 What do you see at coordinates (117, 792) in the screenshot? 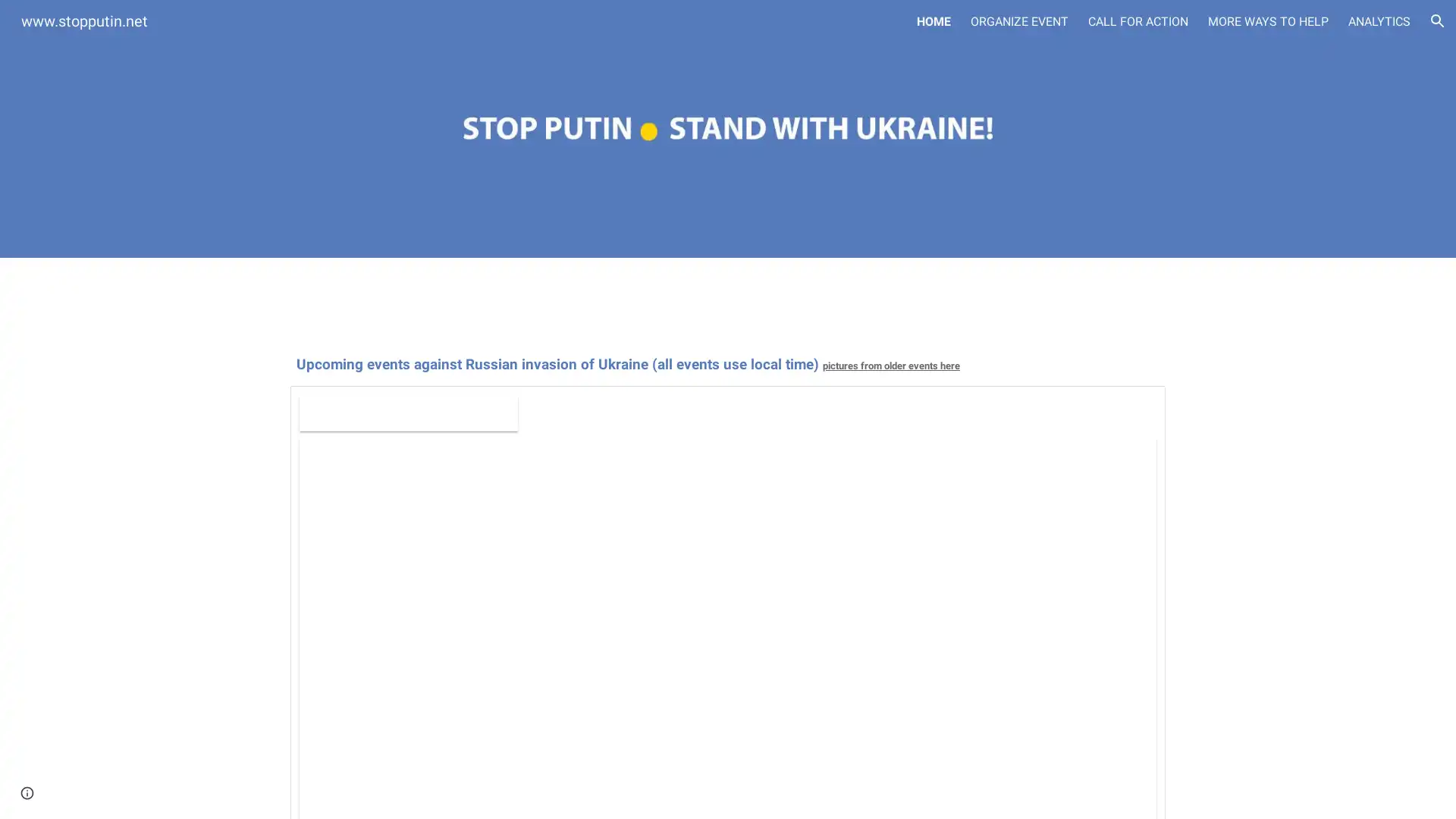
I see `Google Sites` at bounding box center [117, 792].